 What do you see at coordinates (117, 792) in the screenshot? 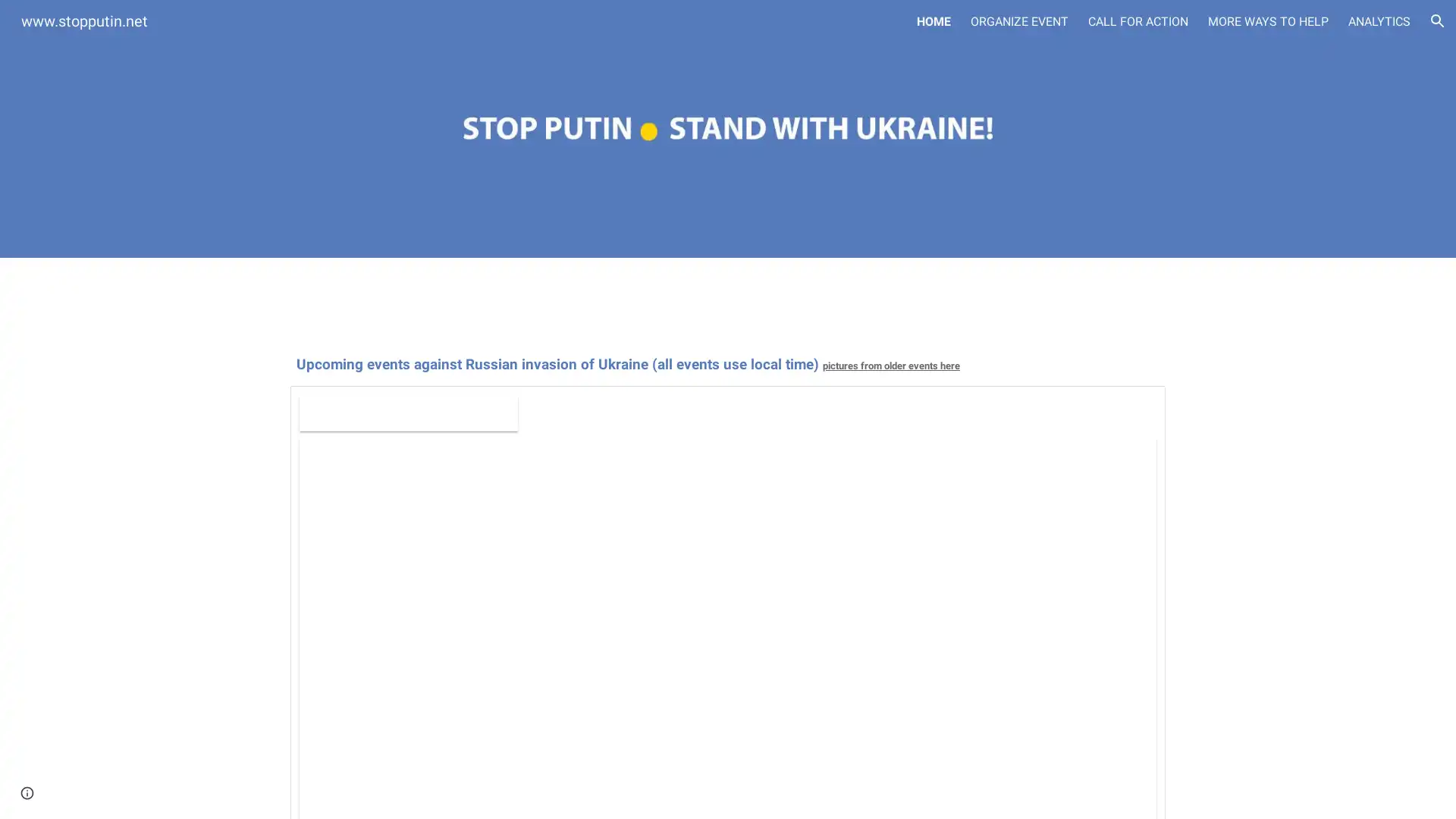
I see `Google Sites` at bounding box center [117, 792].